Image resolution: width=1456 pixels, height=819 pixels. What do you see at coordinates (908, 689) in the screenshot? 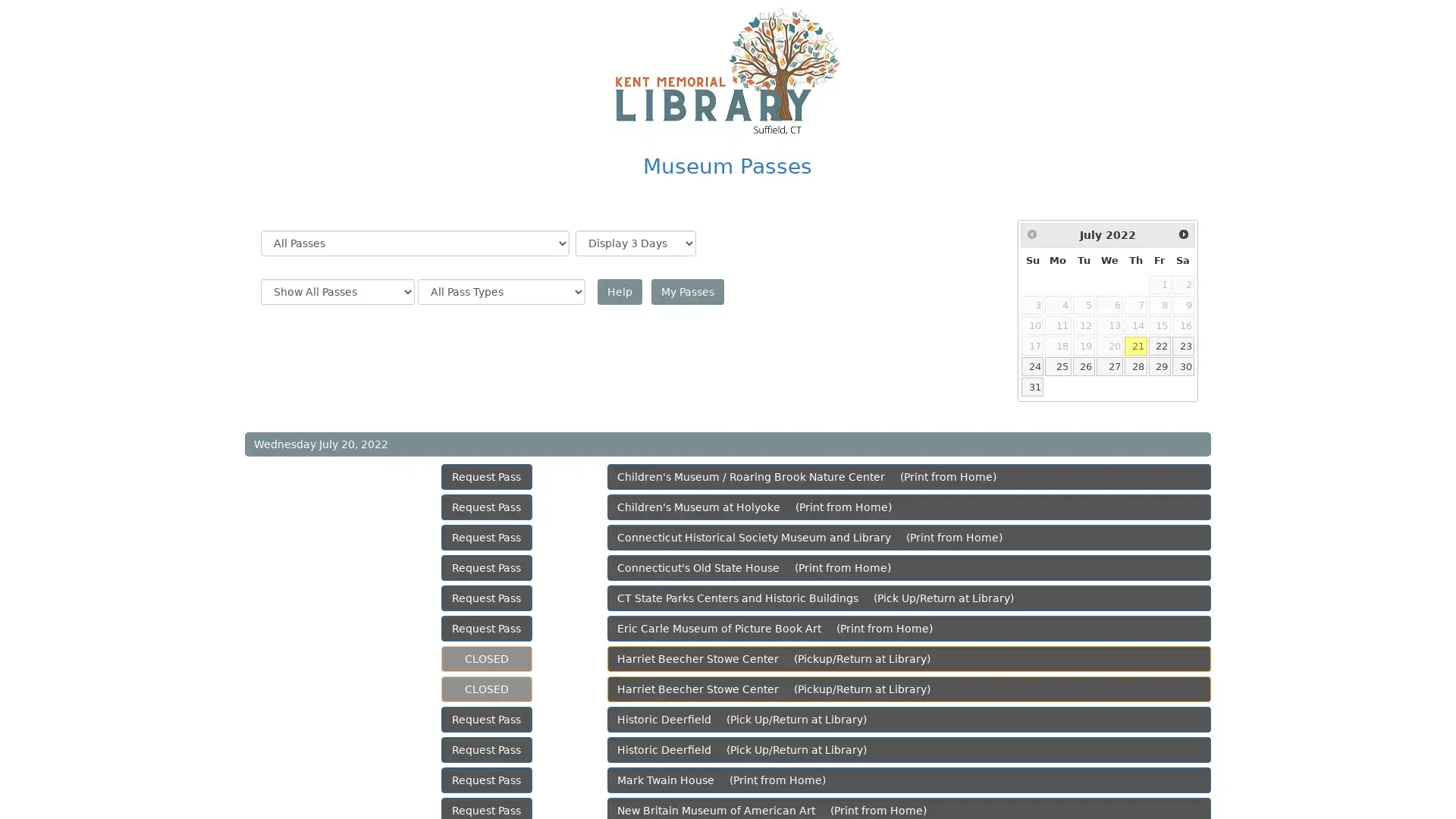
I see `Harriet Beecher Stowe Center     (Pickup/Return at Library)` at bounding box center [908, 689].